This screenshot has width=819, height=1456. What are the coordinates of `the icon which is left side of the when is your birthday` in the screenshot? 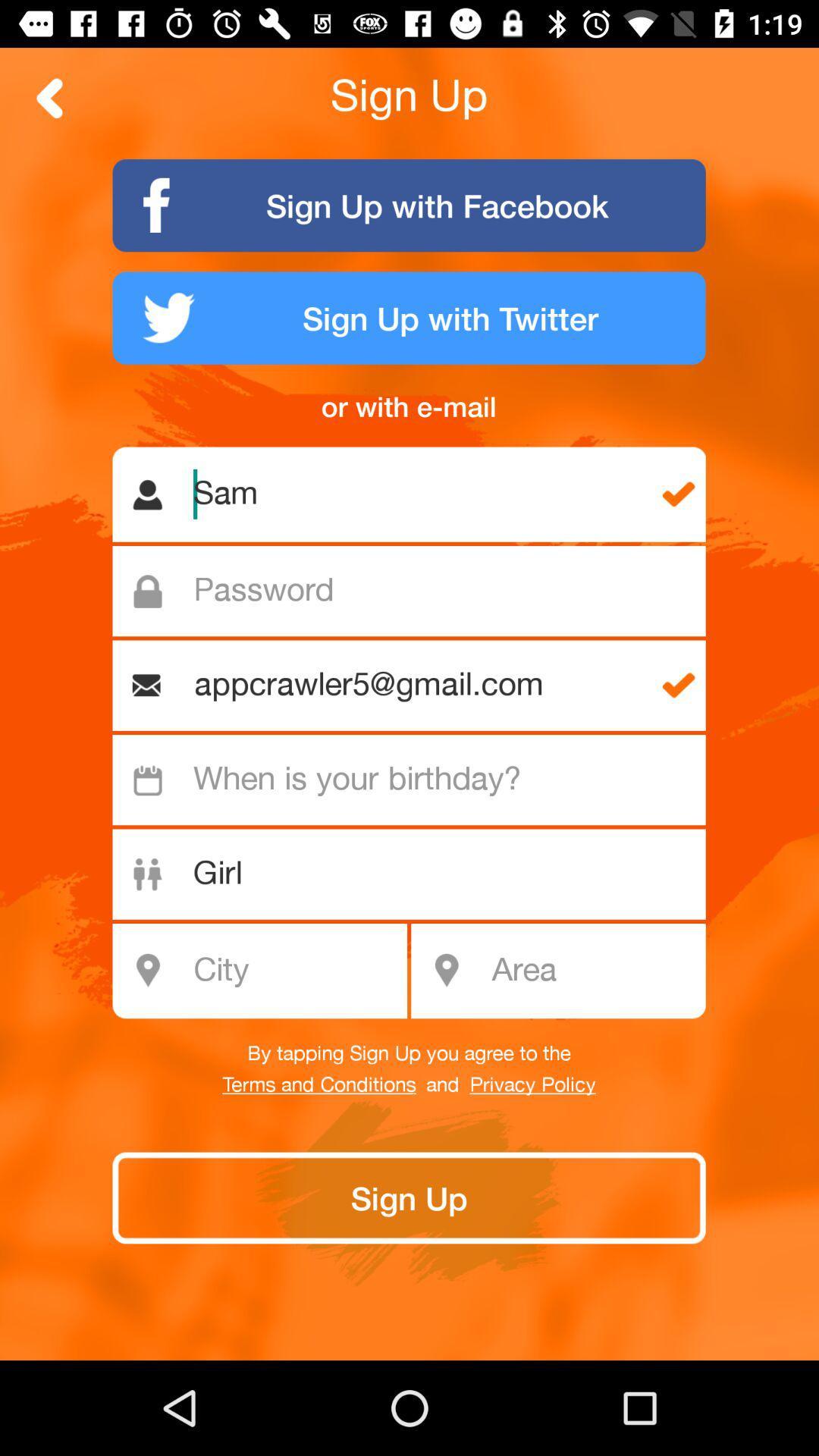 It's located at (148, 780).